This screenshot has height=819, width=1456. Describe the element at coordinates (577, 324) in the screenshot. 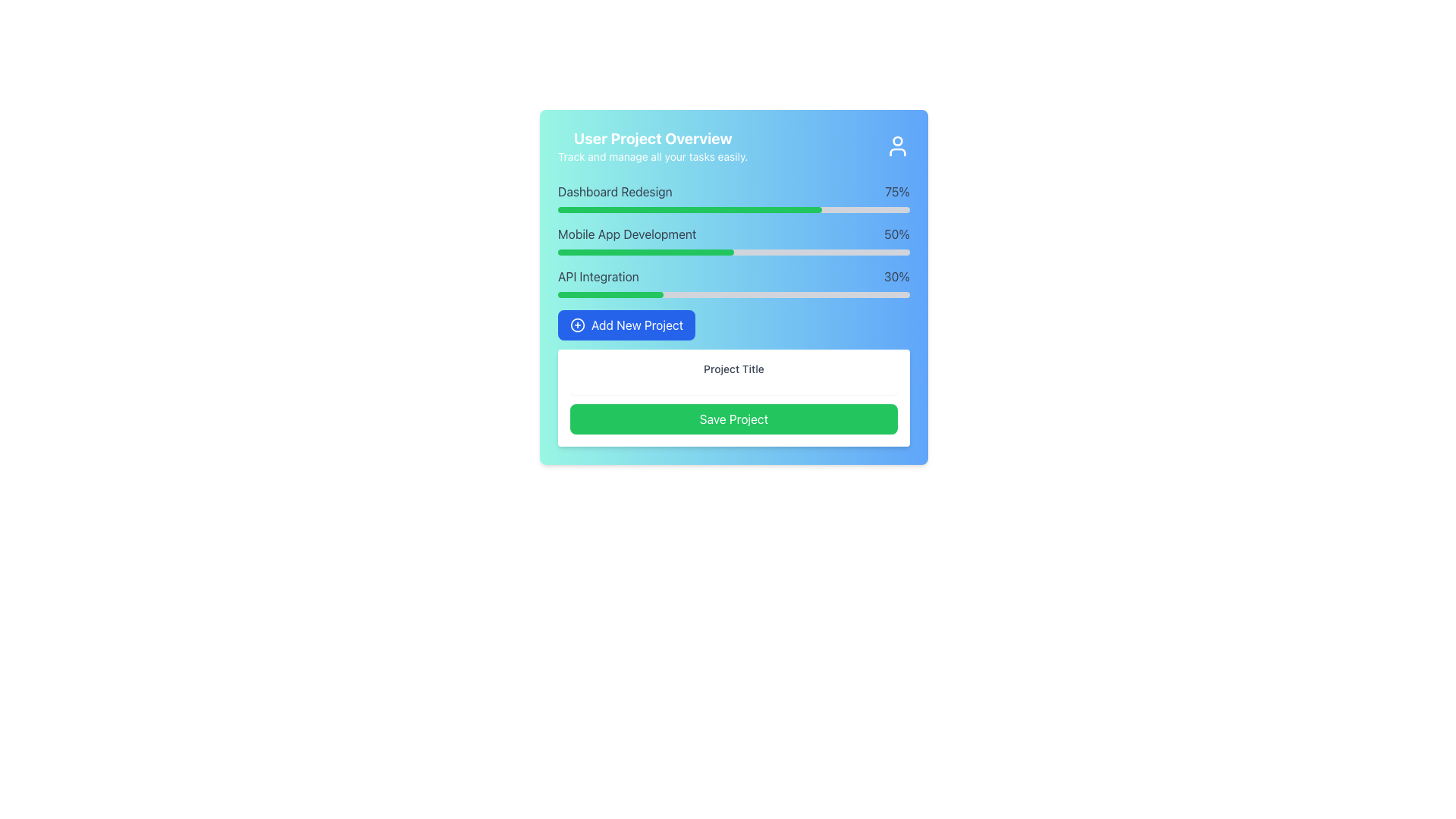

I see `the decorative icon within the 'Add New Project' button located at the bottom portion of the card interface` at that location.